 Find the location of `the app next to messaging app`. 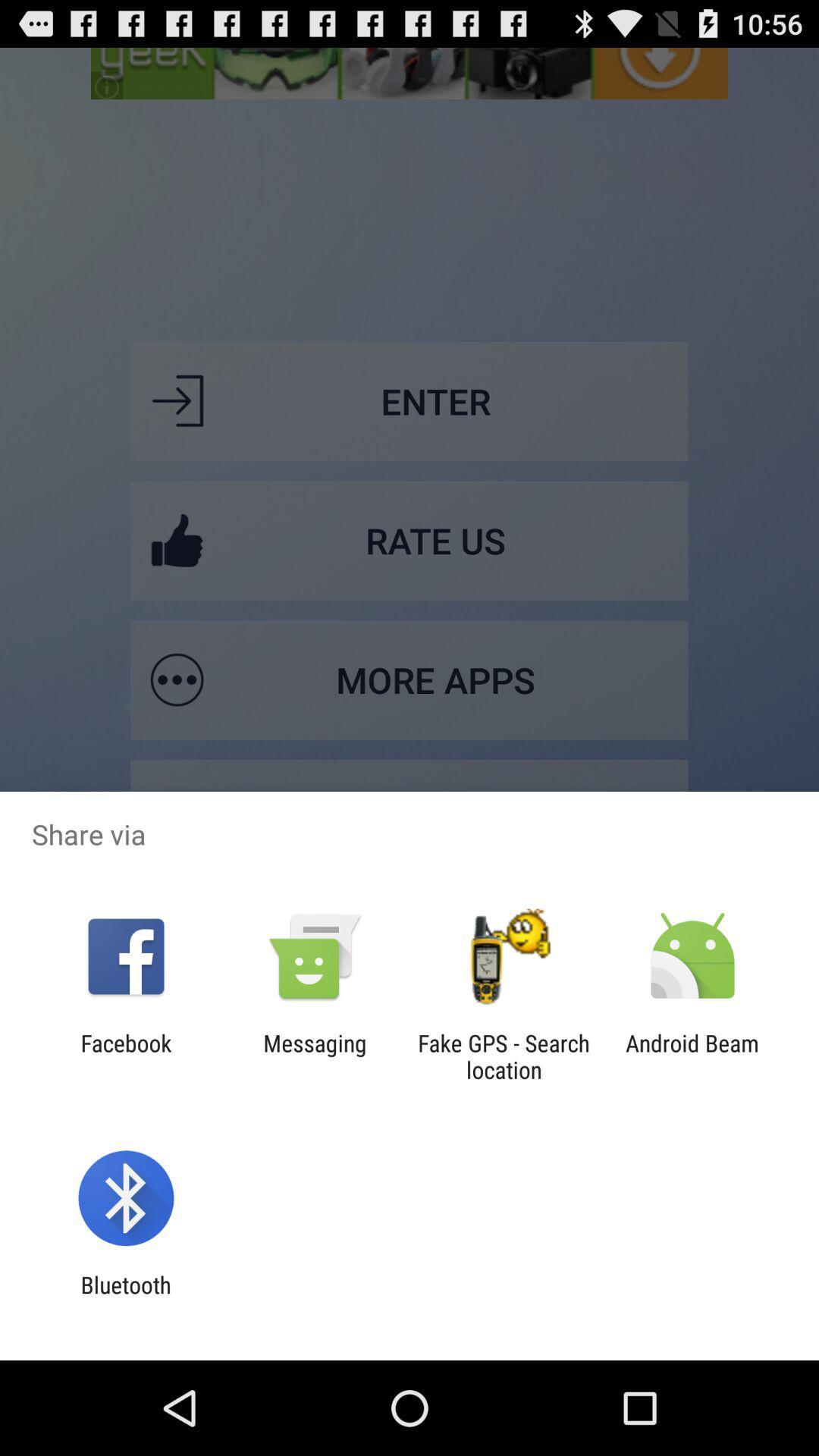

the app next to messaging app is located at coordinates (125, 1056).